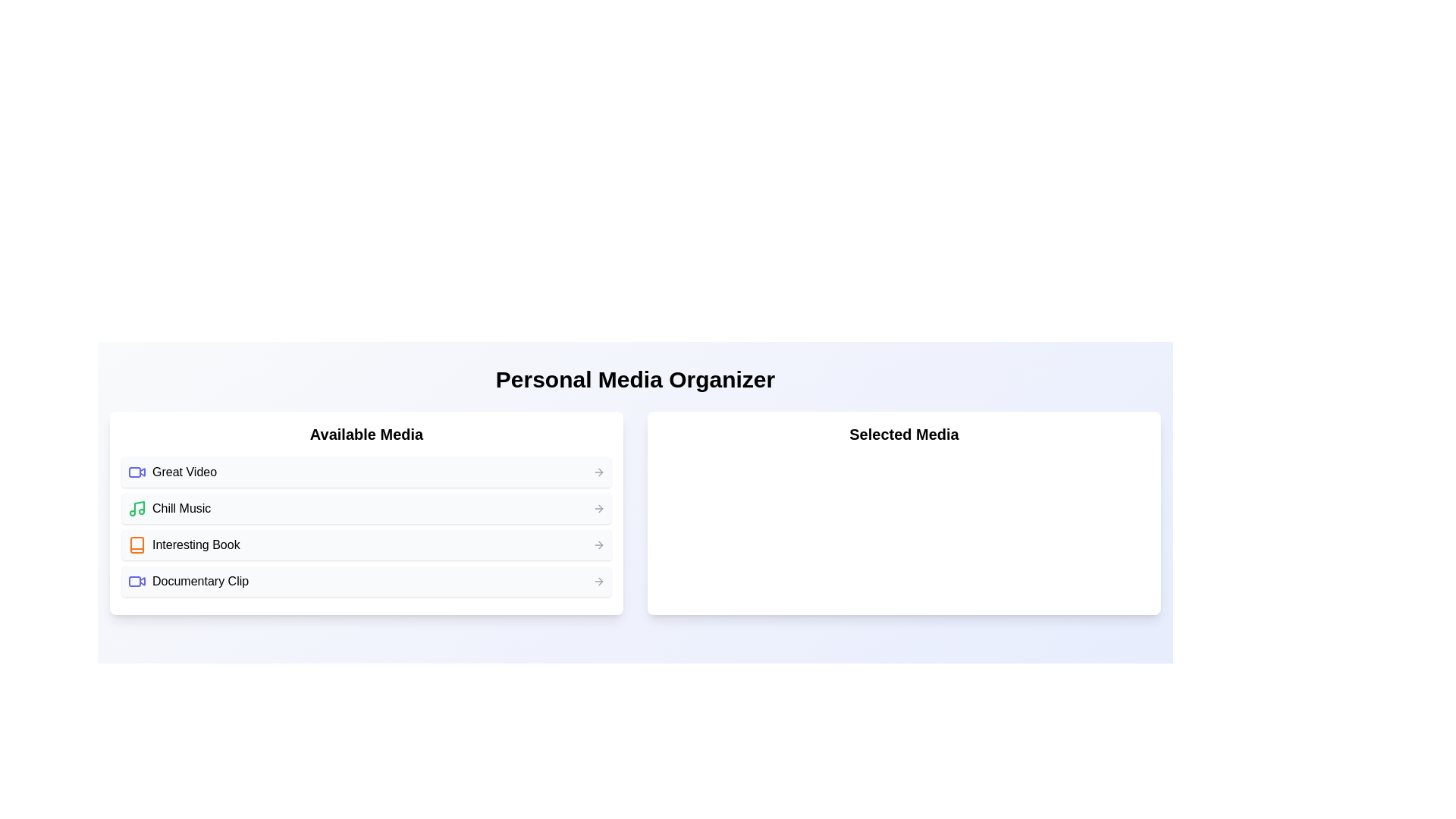  What do you see at coordinates (169, 509) in the screenshot?
I see `the List item with a green music note icon and the text label 'Chill Music'` at bounding box center [169, 509].